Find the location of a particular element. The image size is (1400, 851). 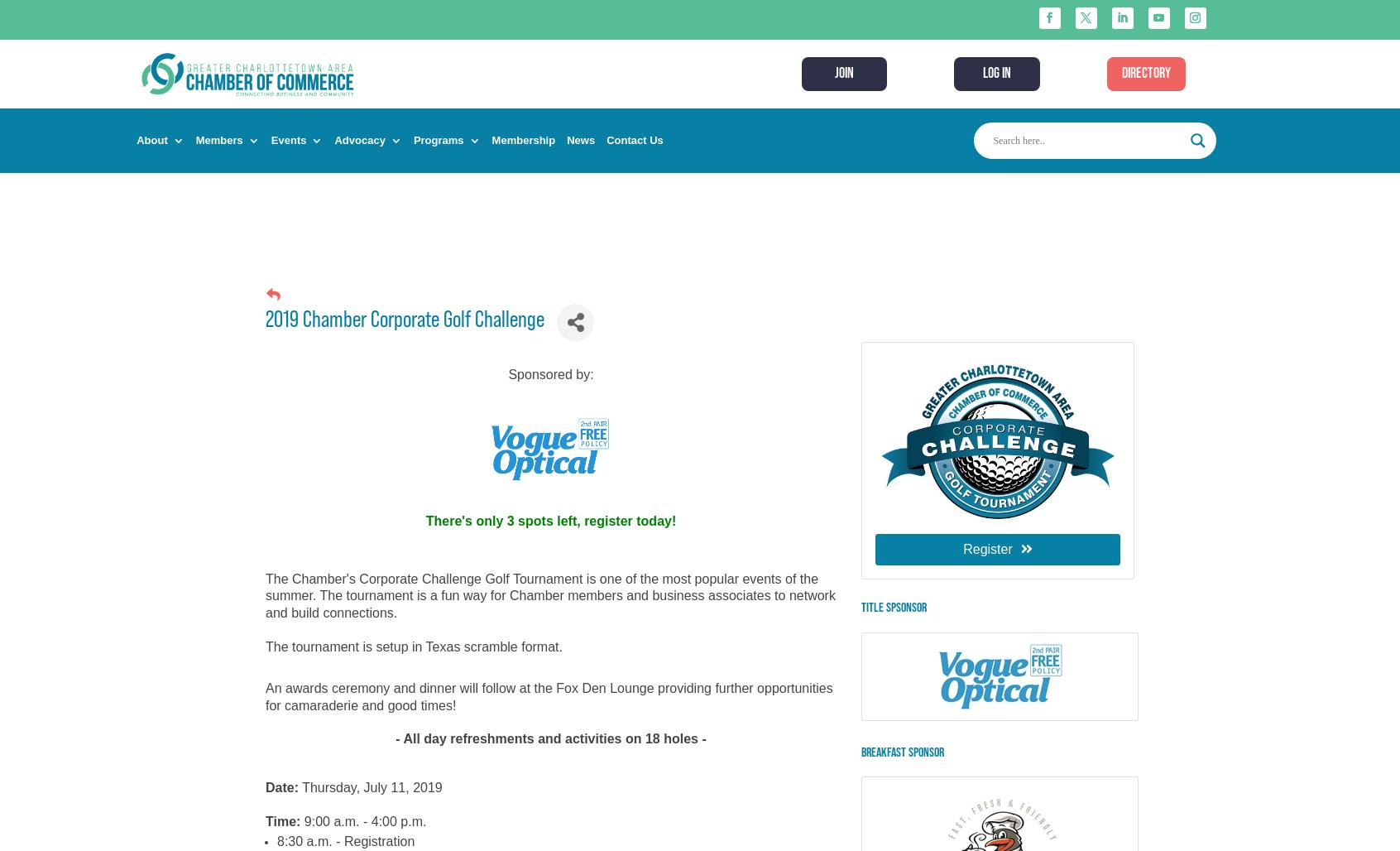

'Policy Library' is located at coordinates (396, 253).